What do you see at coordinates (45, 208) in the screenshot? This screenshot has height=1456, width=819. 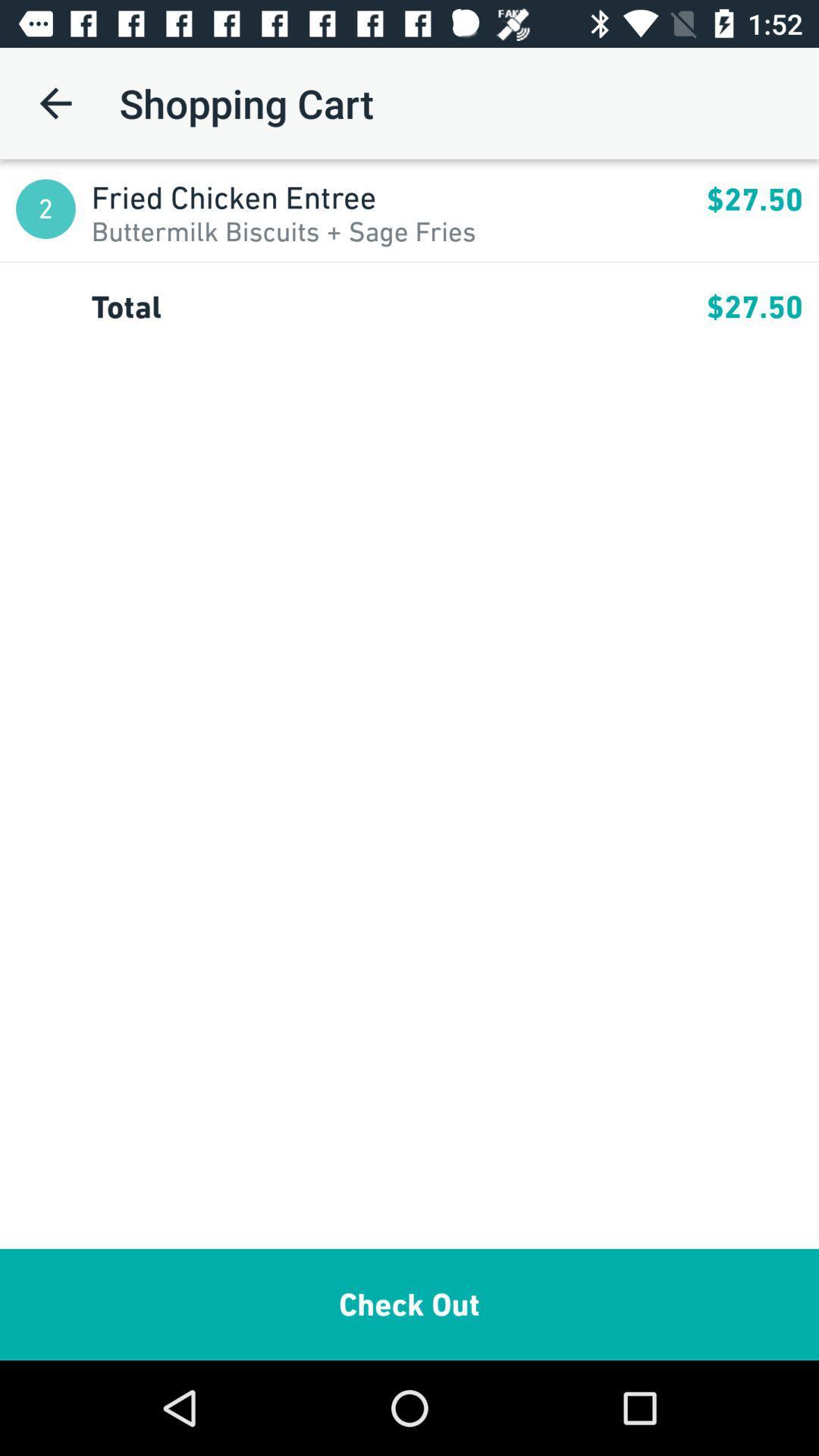 I see `the app next to the fried chicken entree app` at bounding box center [45, 208].